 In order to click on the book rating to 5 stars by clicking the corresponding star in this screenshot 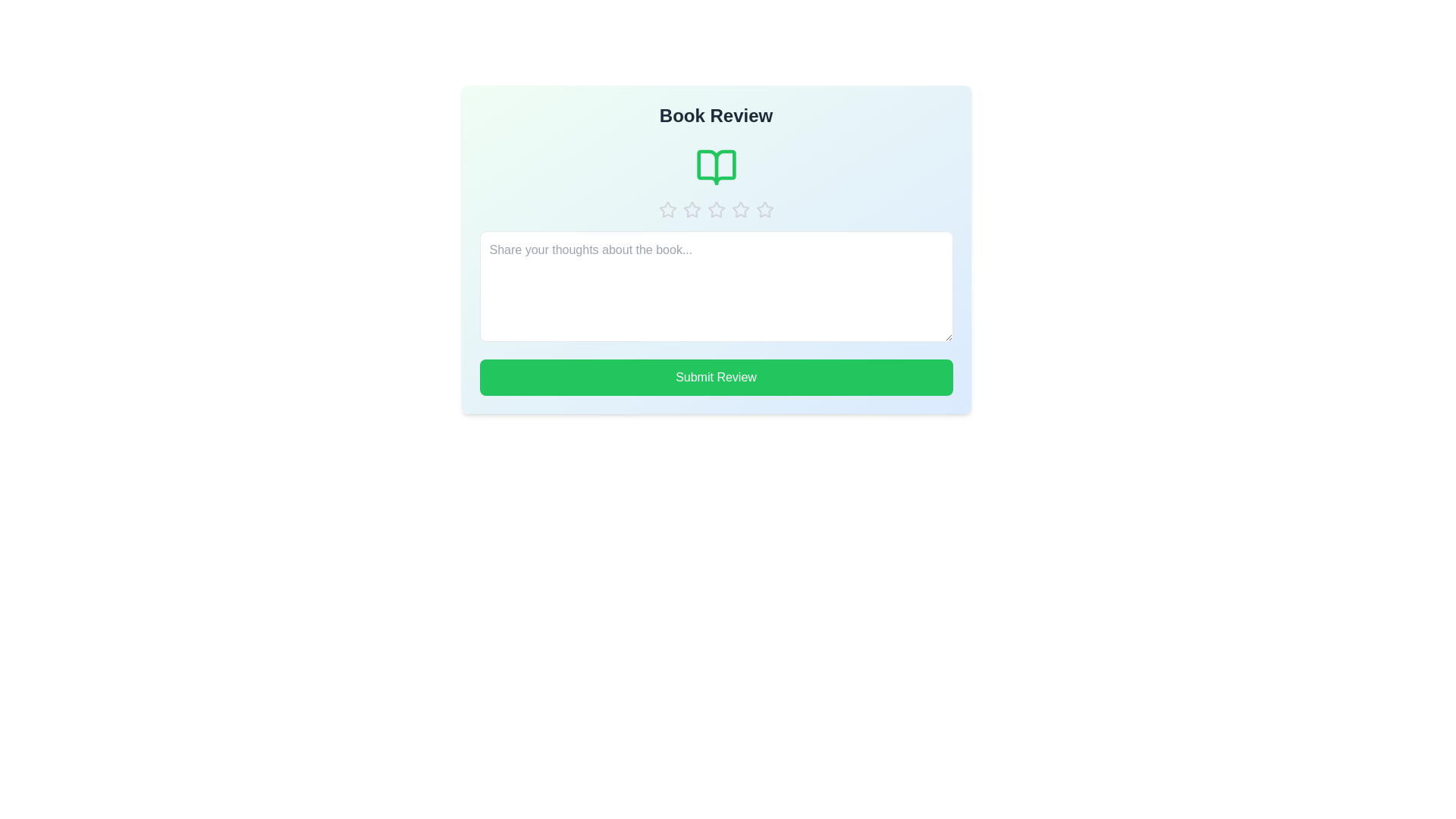, I will do `click(764, 210)`.